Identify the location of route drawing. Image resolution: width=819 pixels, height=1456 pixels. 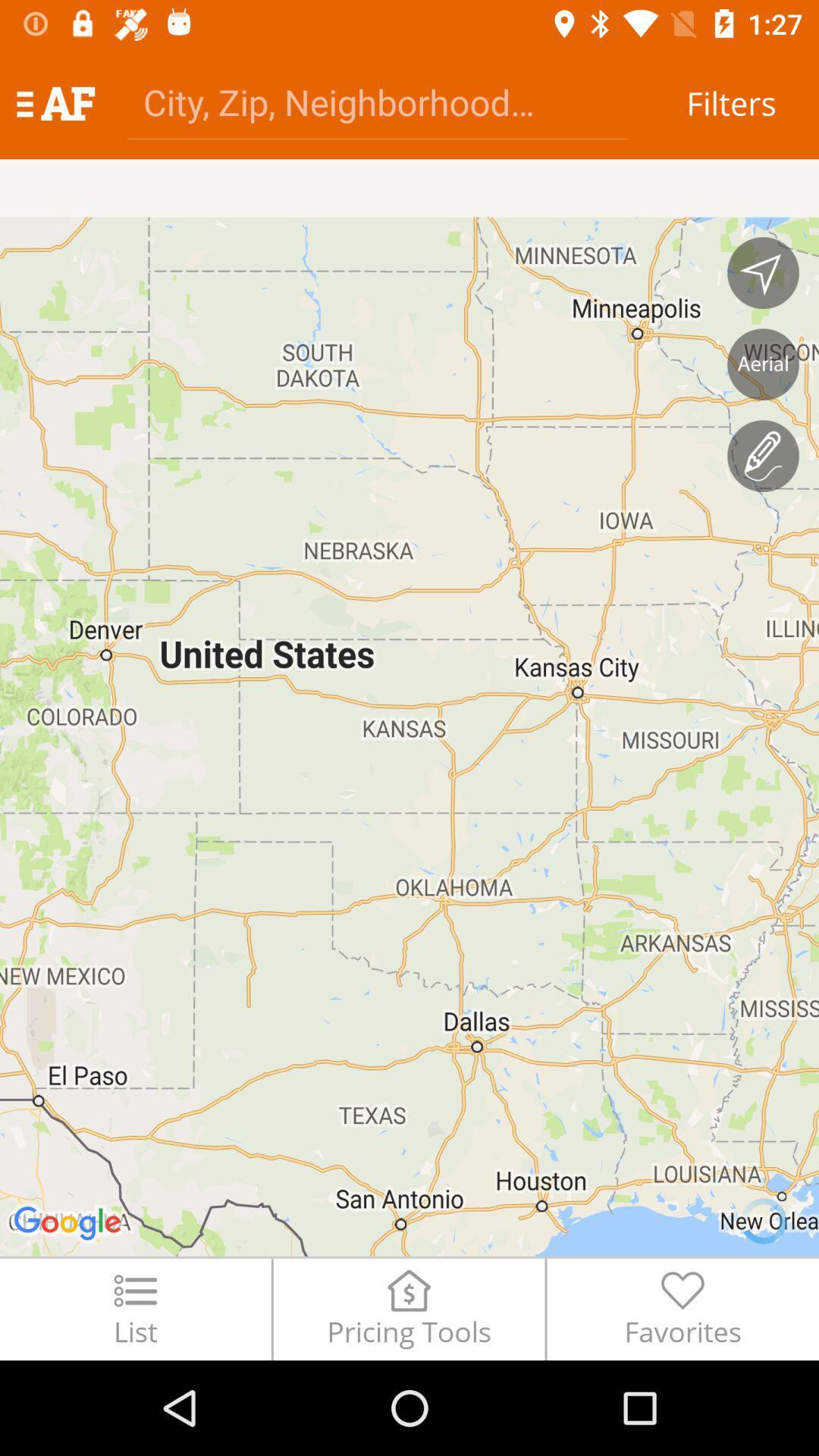
(763, 455).